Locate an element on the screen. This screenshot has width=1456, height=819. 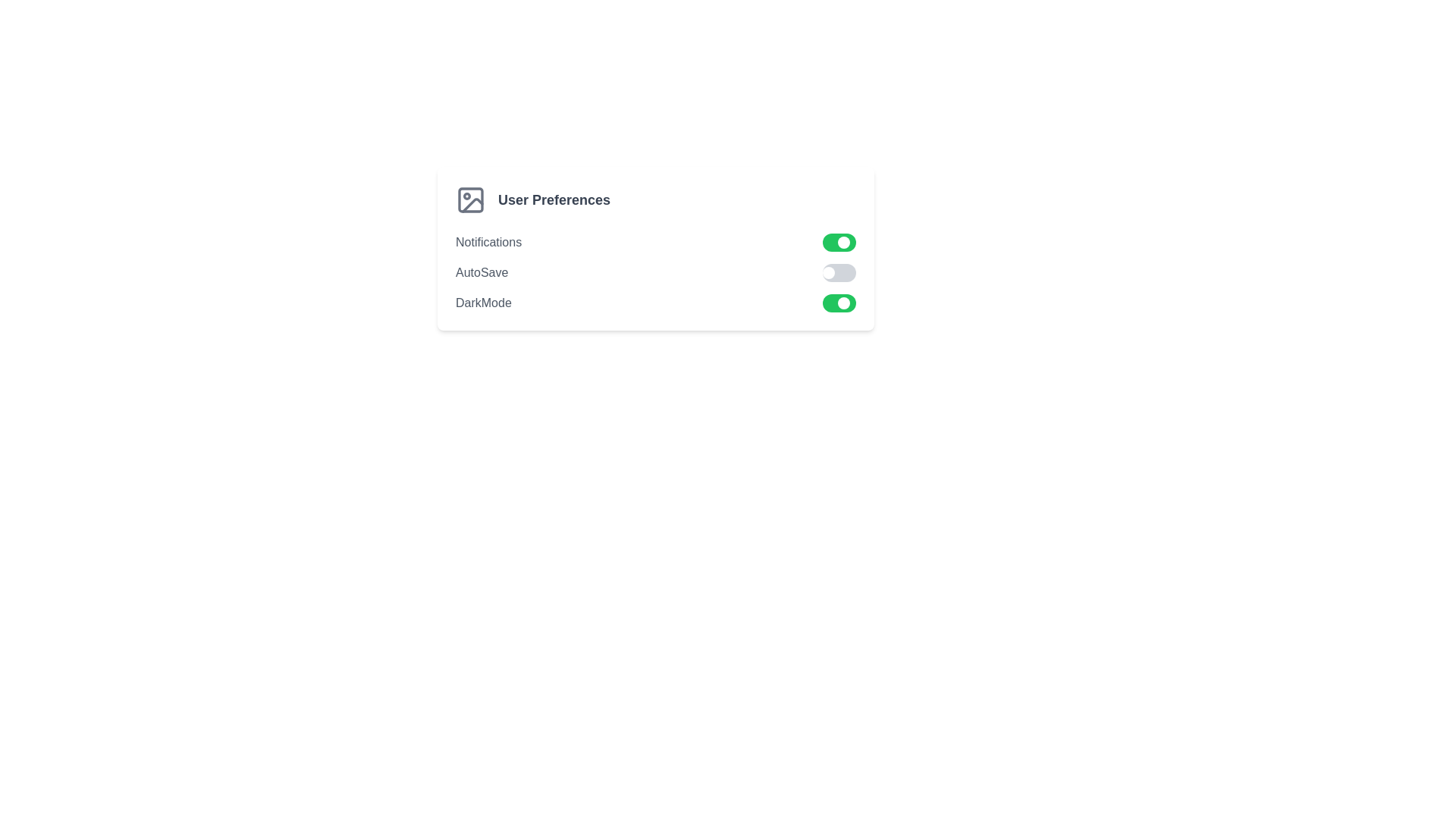
the label associated with the toggle control for dark mode located beneath the 'AutoSave' option in the 'User Preferences' settings panel is located at coordinates (482, 303).